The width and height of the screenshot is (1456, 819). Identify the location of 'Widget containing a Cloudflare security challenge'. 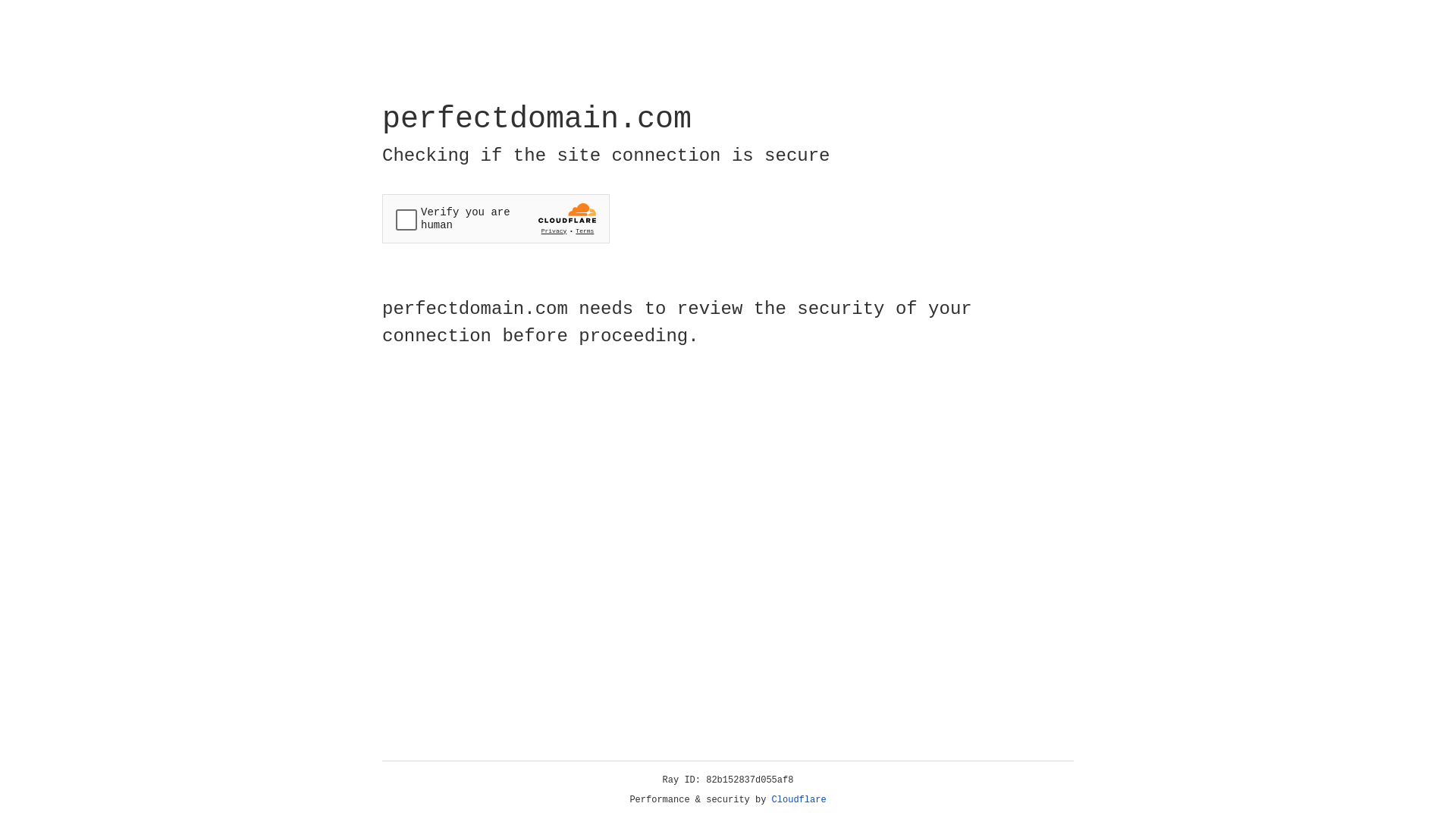
(495, 218).